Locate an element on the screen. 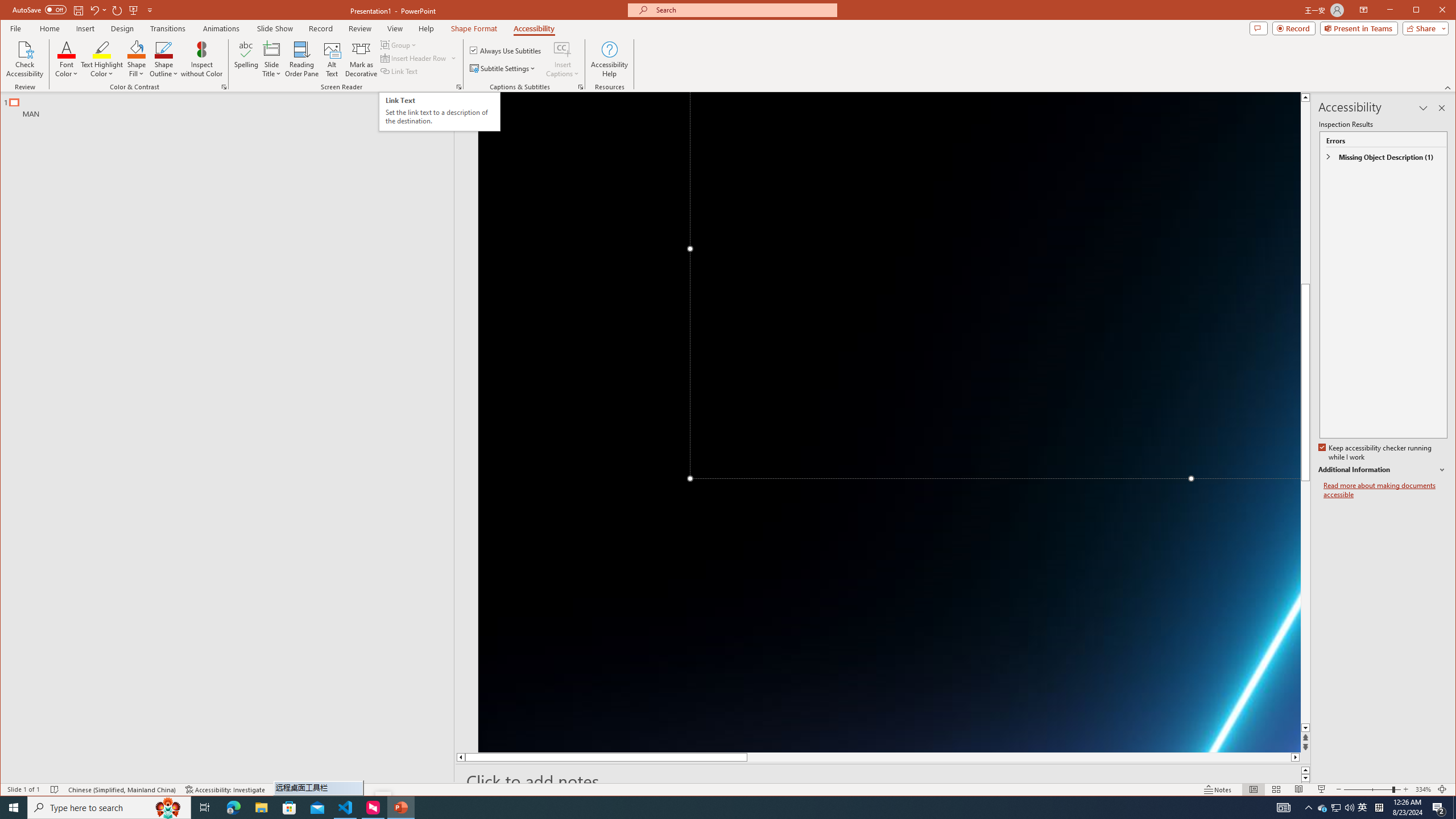  'Always Use Subtitles' is located at coordinates (505, 49).